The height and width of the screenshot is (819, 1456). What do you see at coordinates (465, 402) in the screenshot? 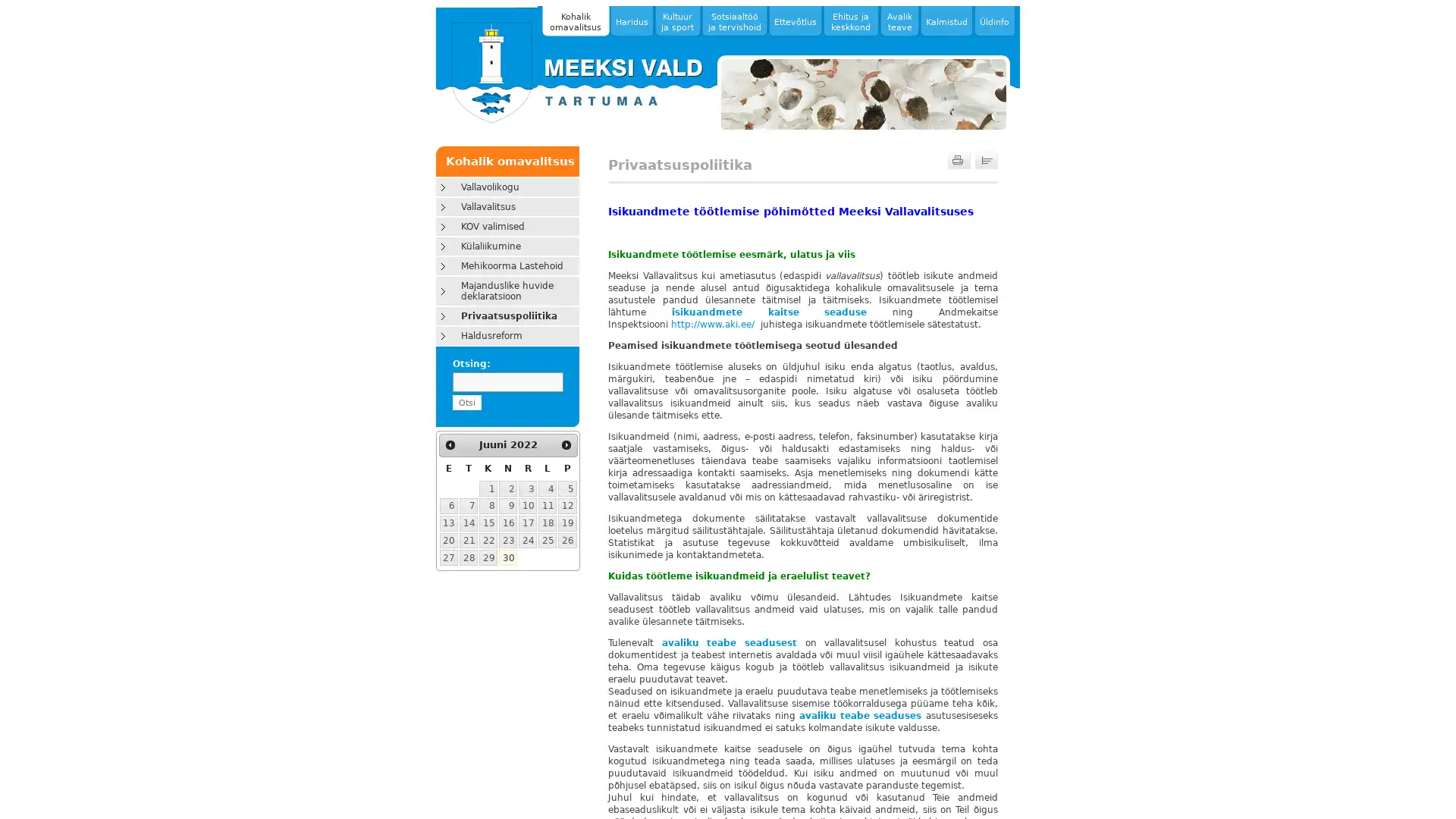
I see `Otsi` at bounding box center [465, 402].